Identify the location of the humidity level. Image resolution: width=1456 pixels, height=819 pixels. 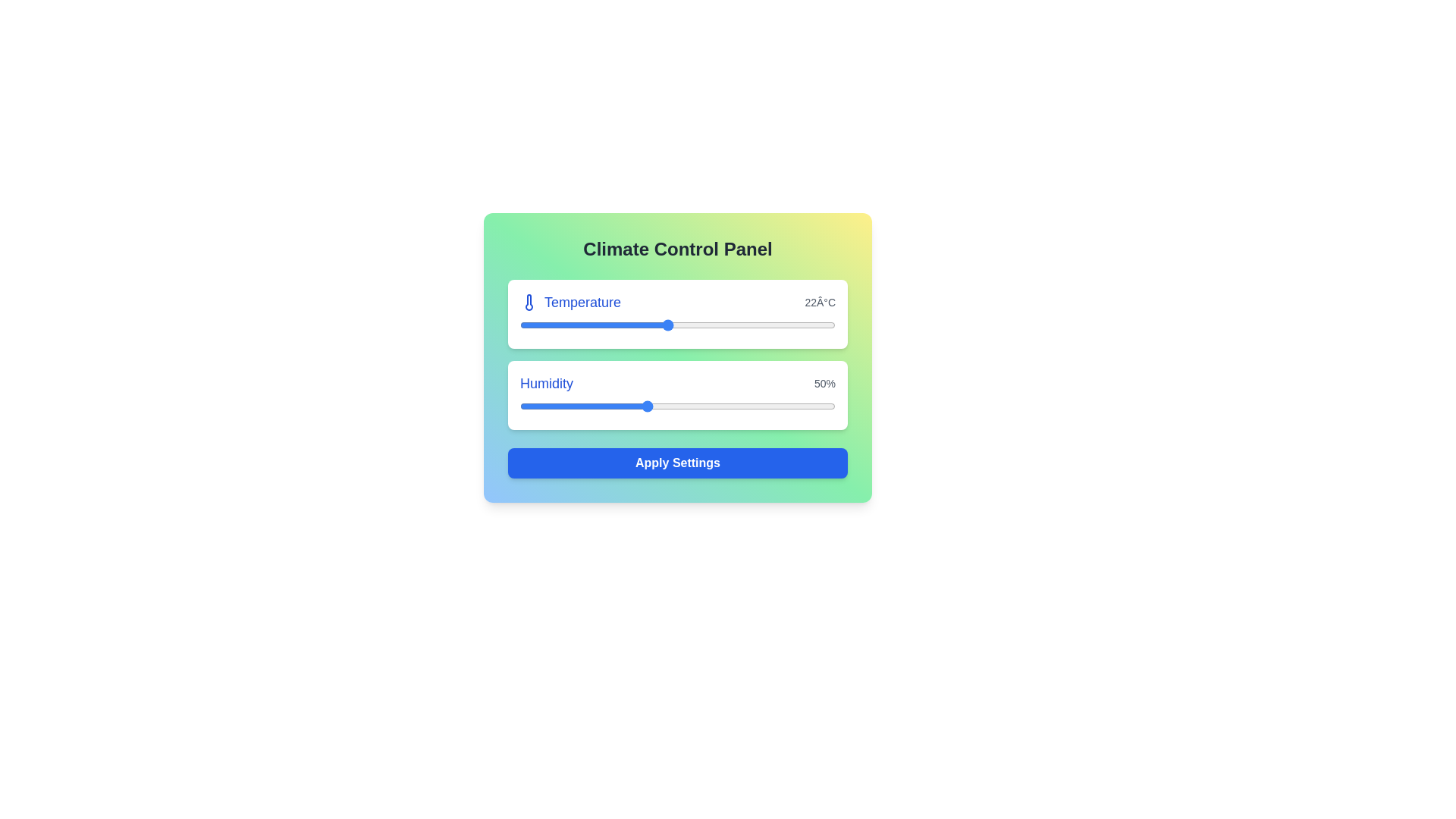
(665, 406).